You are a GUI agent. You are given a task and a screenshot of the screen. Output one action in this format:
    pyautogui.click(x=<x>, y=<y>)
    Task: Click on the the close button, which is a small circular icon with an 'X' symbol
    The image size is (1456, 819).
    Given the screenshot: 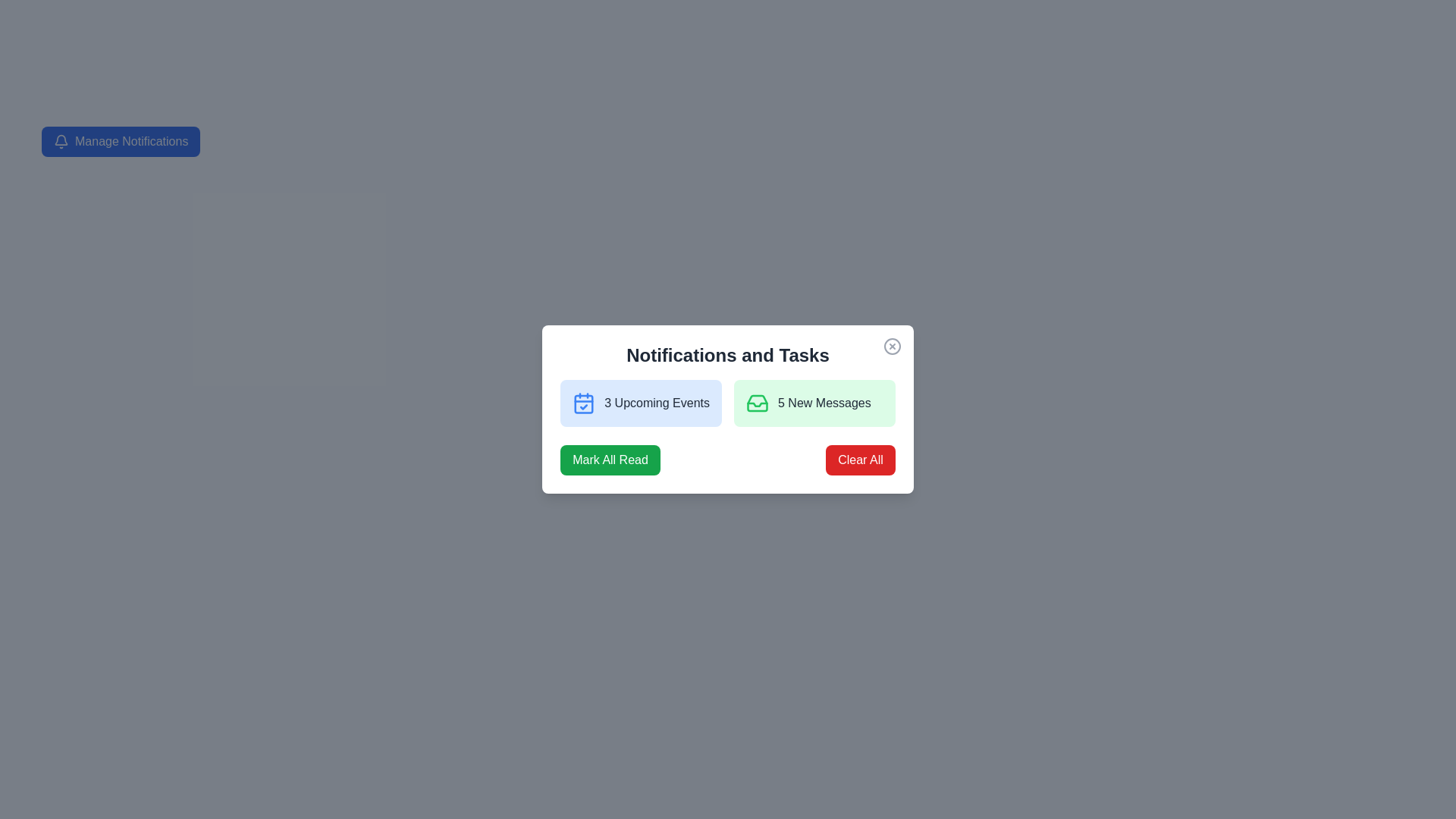 What is the action you would take?
    pyautogui.click(x=892, y=346)
    